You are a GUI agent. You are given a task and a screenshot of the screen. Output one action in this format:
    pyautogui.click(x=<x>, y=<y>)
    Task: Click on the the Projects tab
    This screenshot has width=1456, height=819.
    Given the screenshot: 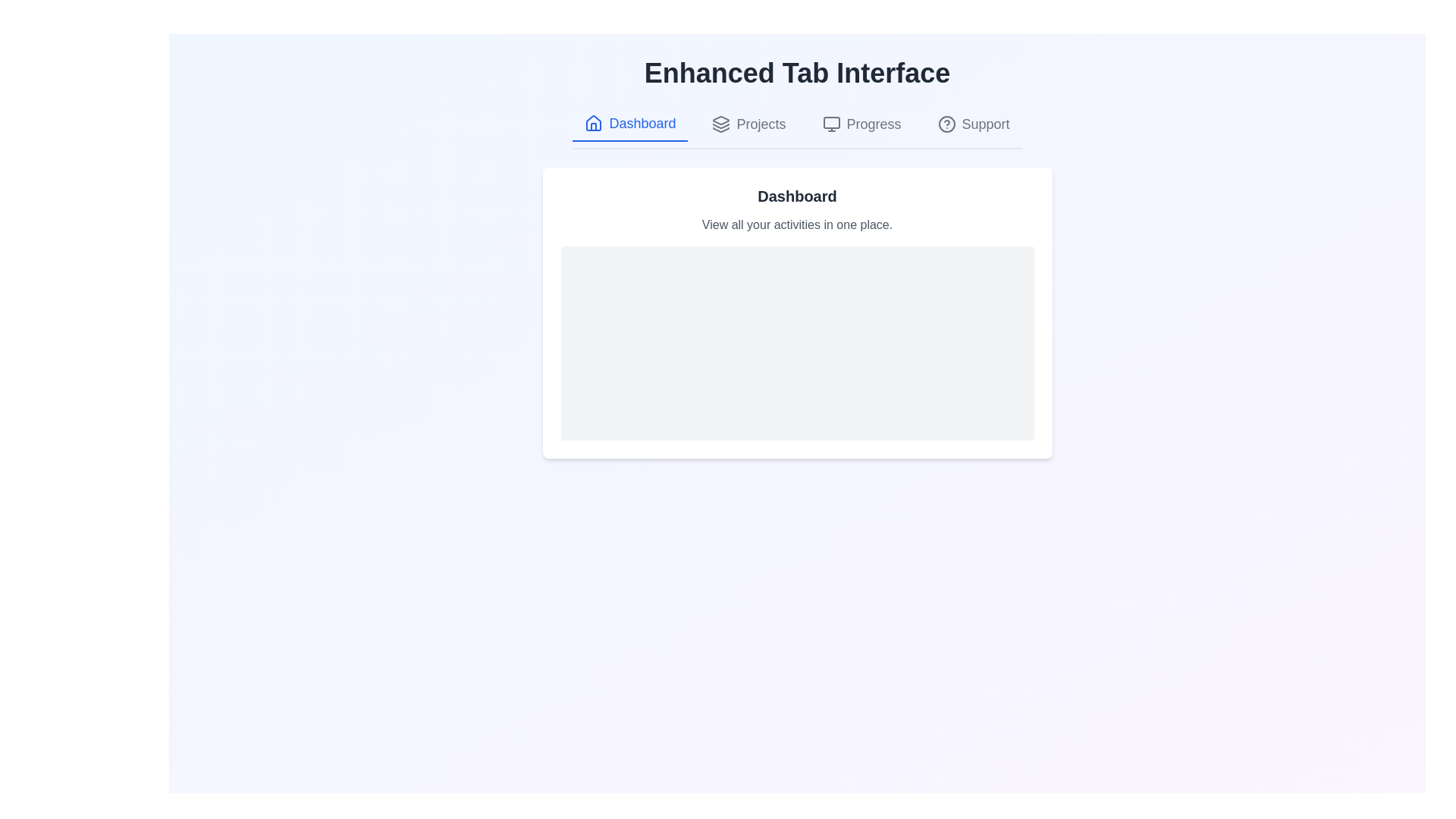 What is the action you would take?
    pyautogui.click(x=748, y=124)
    